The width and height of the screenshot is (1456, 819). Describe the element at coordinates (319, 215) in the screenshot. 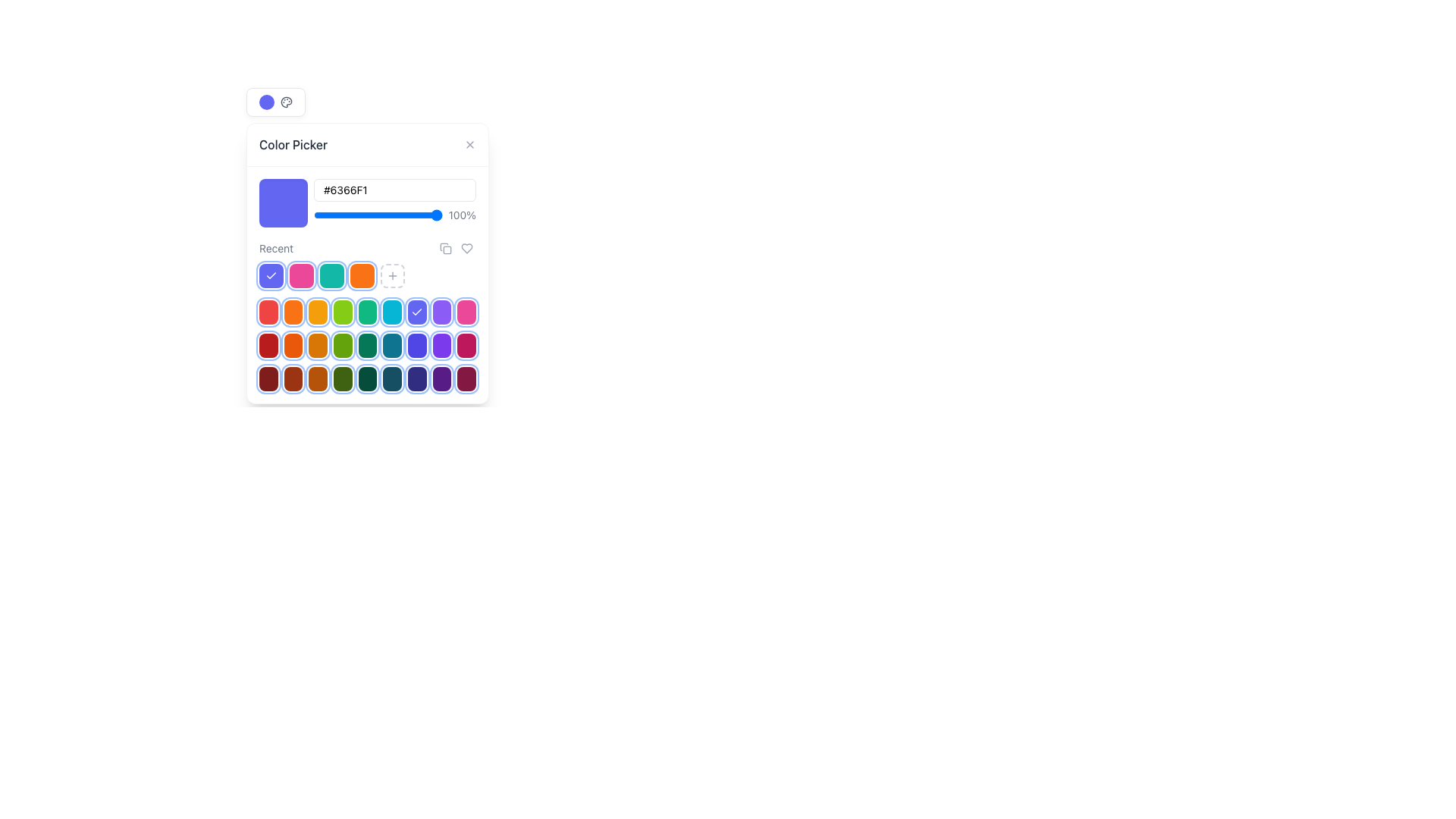

I see `the slider` at that location.